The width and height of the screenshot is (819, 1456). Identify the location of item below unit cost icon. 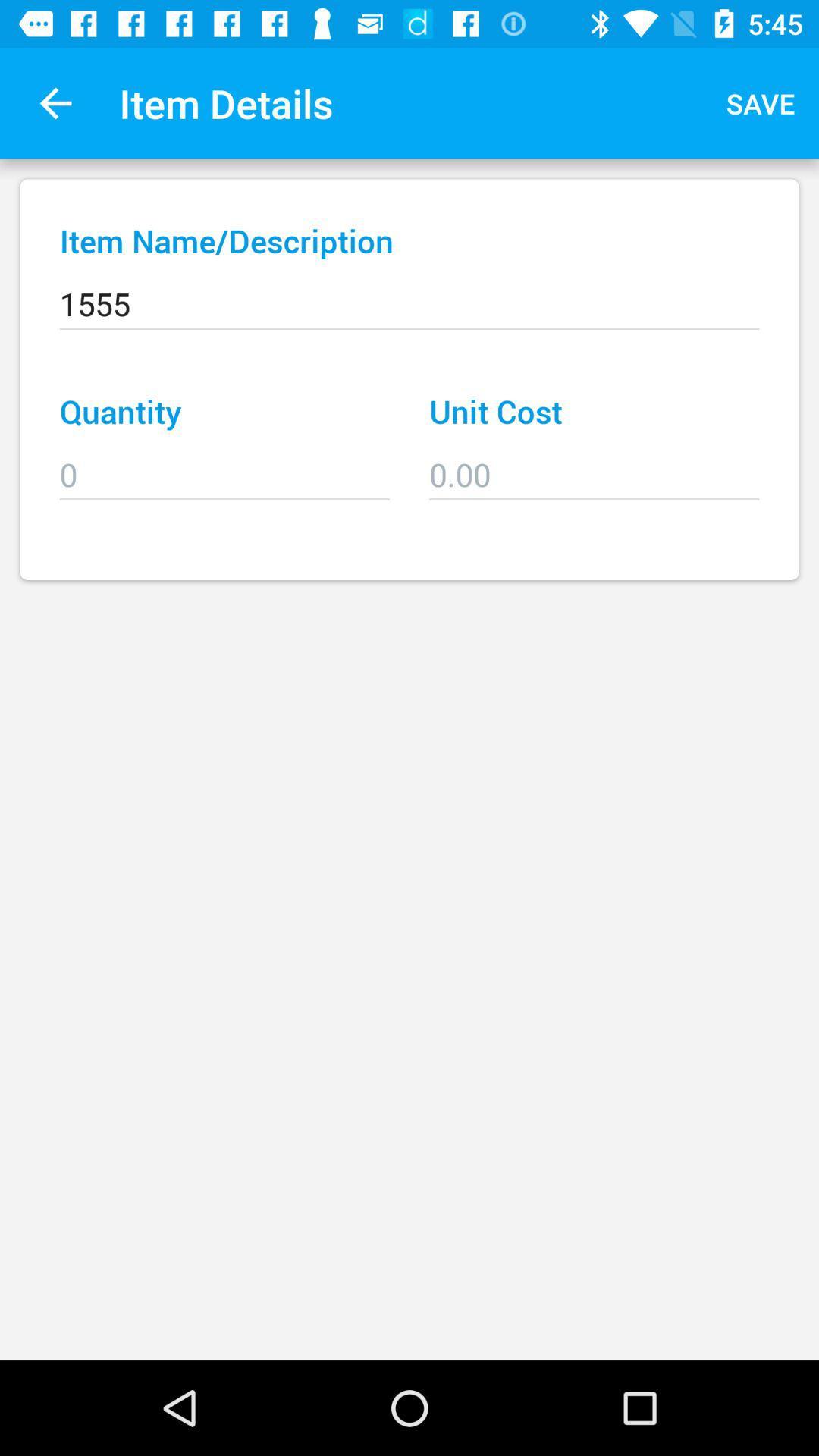
(593, 463).